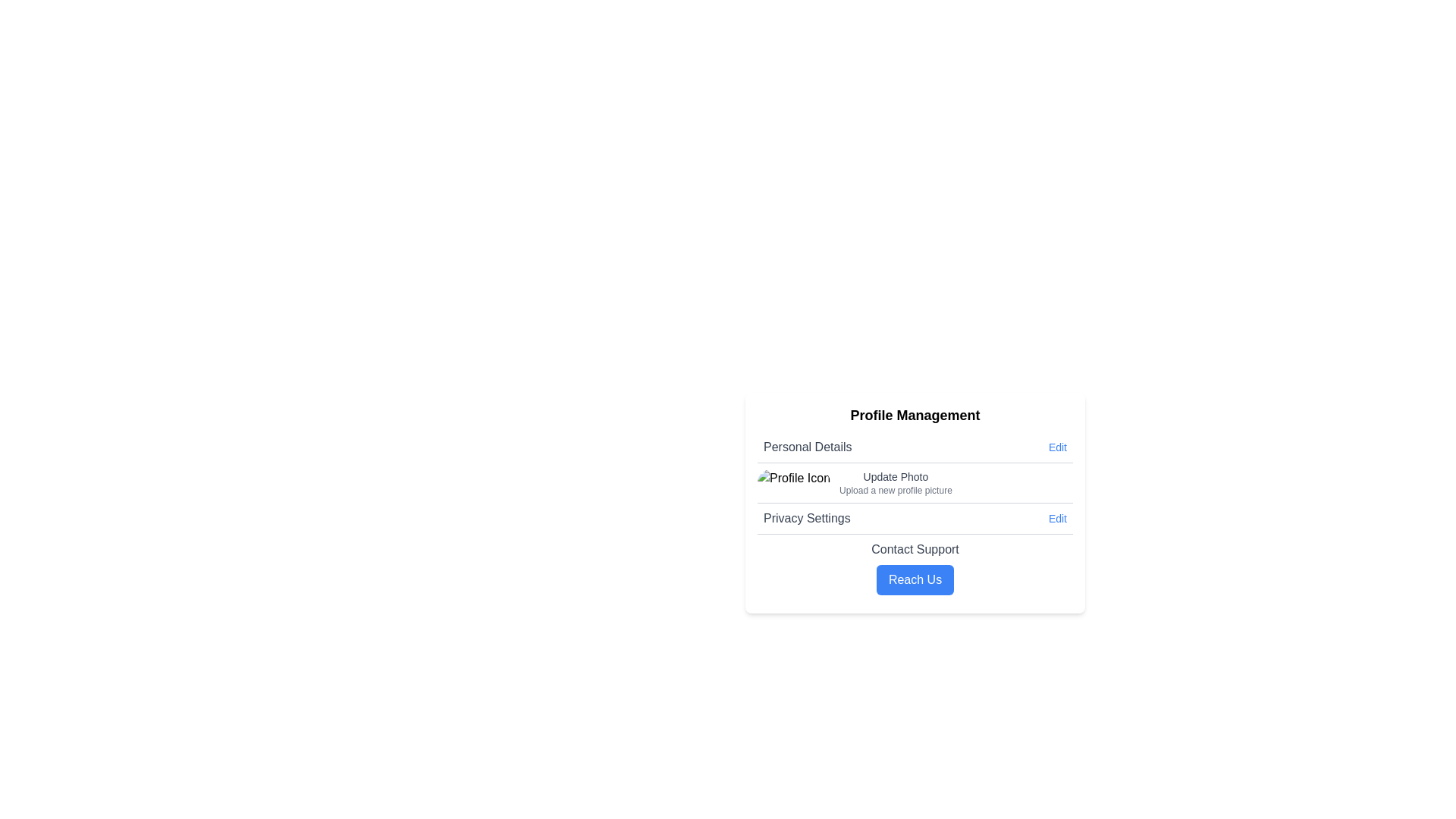 The height and width of the screenshot is (819, 1456). I want to click on the 'Personal Details' text label that identifies the section for viewing or editing personal details in the profile management interface, so click(807, 447).